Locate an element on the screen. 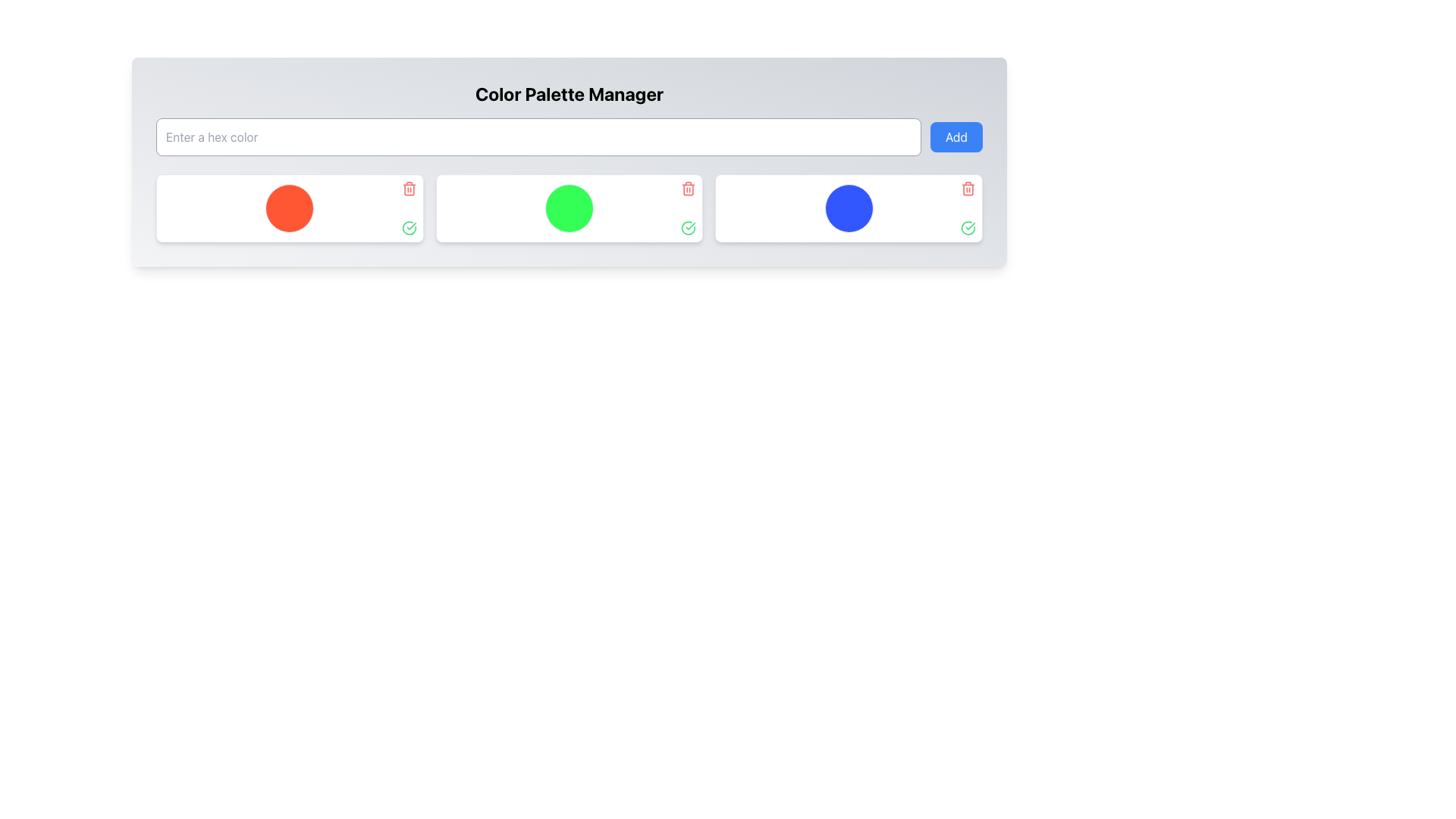 Image resolution: width=1456 pixels, height=819 pixels. the confirmation indicator icon located at the bottom-right corner of the second rectangular box in a horizontal row of three boxes to confirm or validate the content is located at coordinates (967, 227).